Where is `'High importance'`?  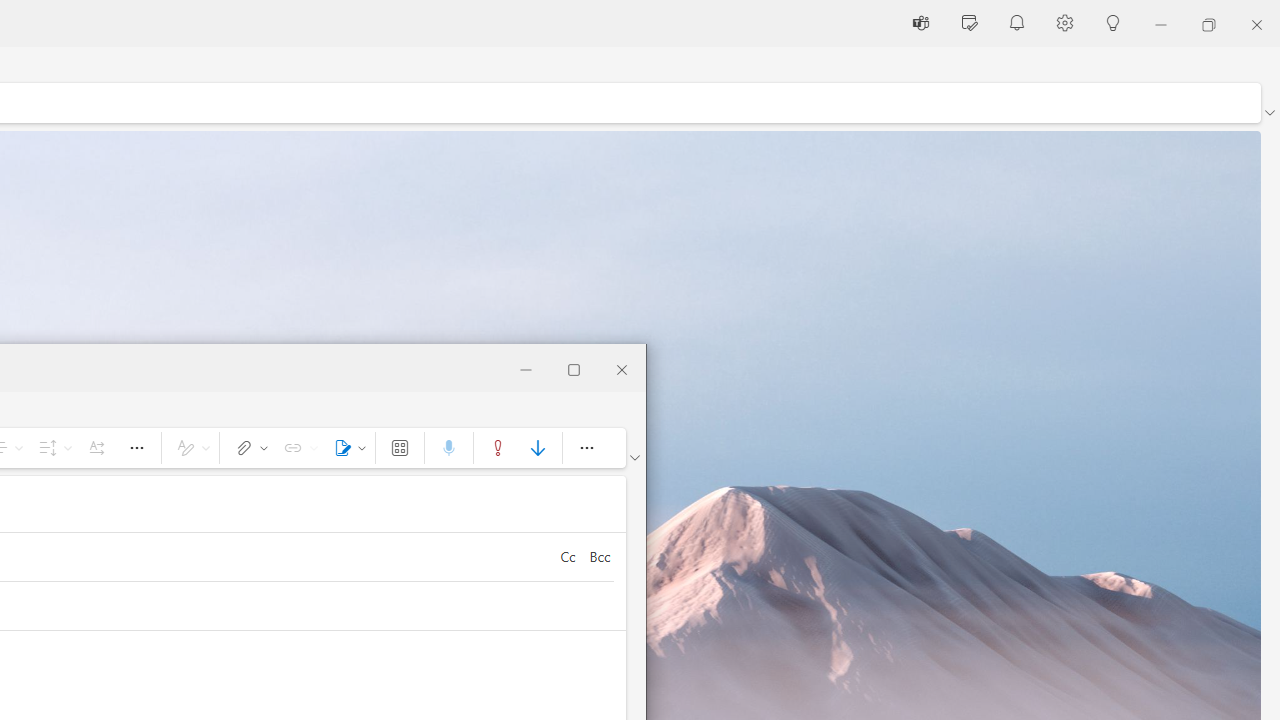 'High importance' is located at coordinates (497, 446).